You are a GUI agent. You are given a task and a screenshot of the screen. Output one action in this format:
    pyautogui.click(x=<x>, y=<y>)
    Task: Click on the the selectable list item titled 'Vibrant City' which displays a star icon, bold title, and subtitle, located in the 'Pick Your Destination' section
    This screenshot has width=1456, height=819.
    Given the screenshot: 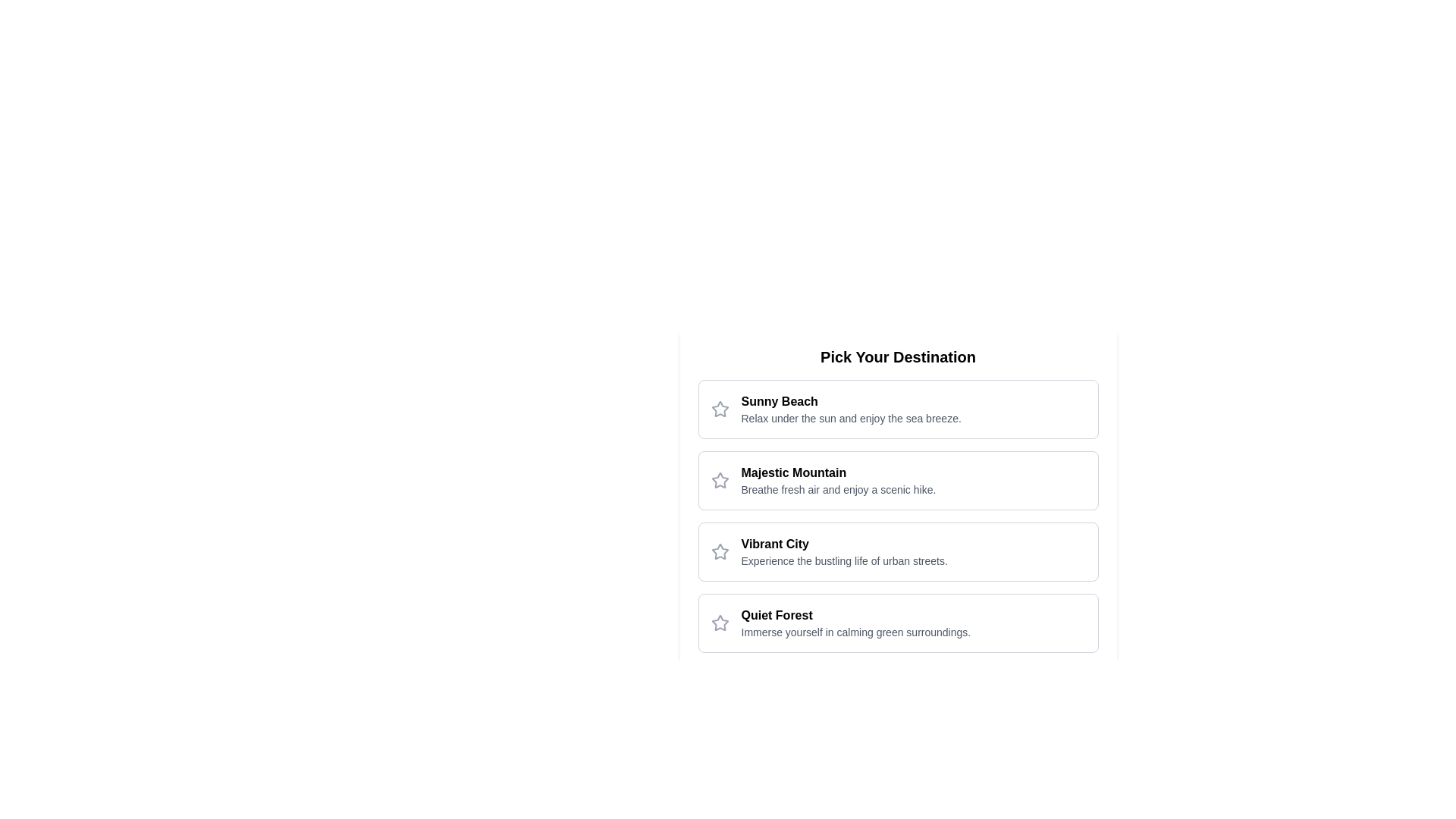 What is the action you would take?
    pyautogui.click(x=898, y=552)
    